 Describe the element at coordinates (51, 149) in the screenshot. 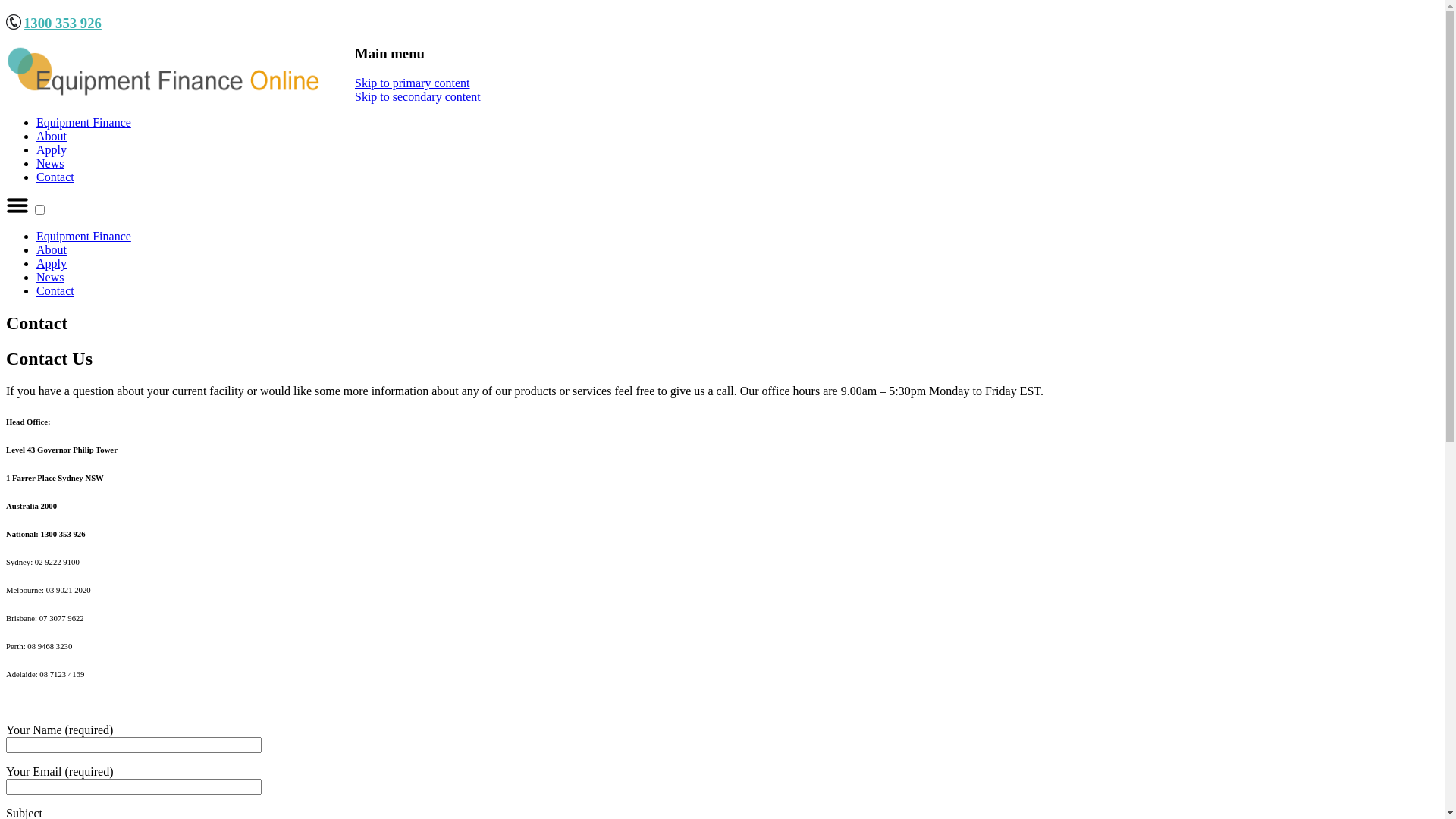

I see `'Apply'` at that location.